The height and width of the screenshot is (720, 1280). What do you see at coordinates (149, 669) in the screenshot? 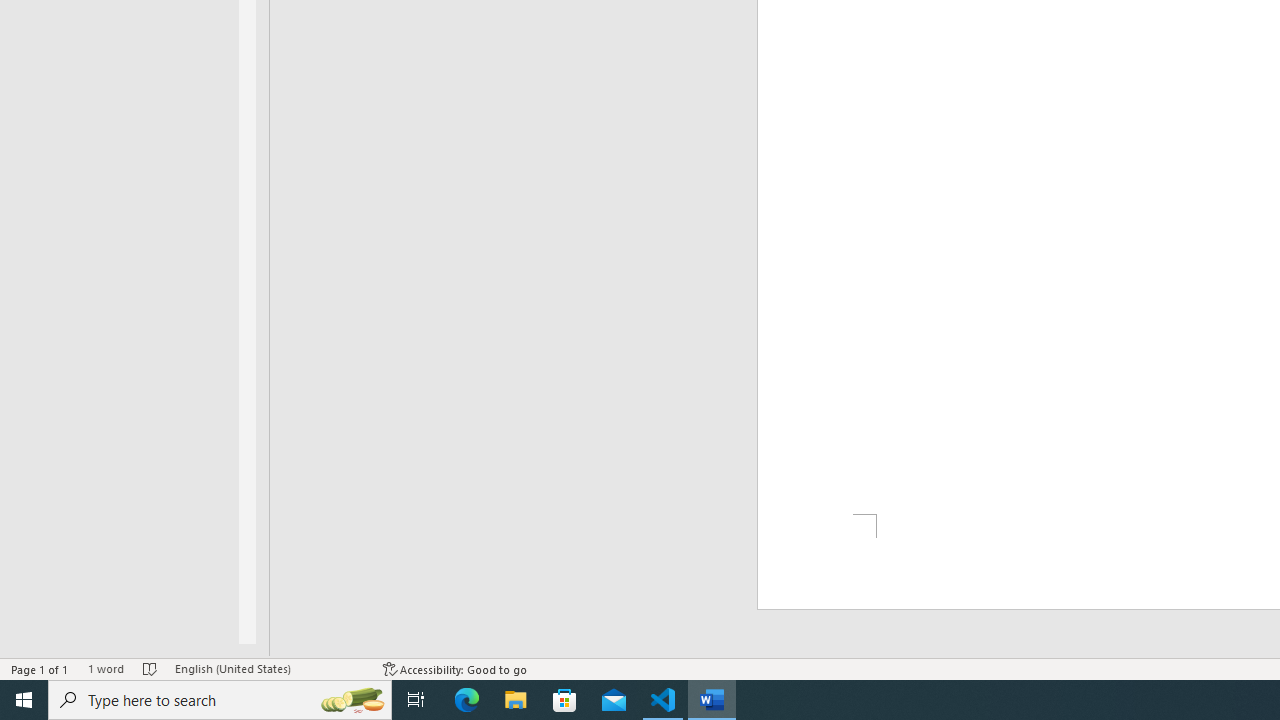
I see `'Spelling and Grammar Check No Errors'` at bounding box center [149, 669].